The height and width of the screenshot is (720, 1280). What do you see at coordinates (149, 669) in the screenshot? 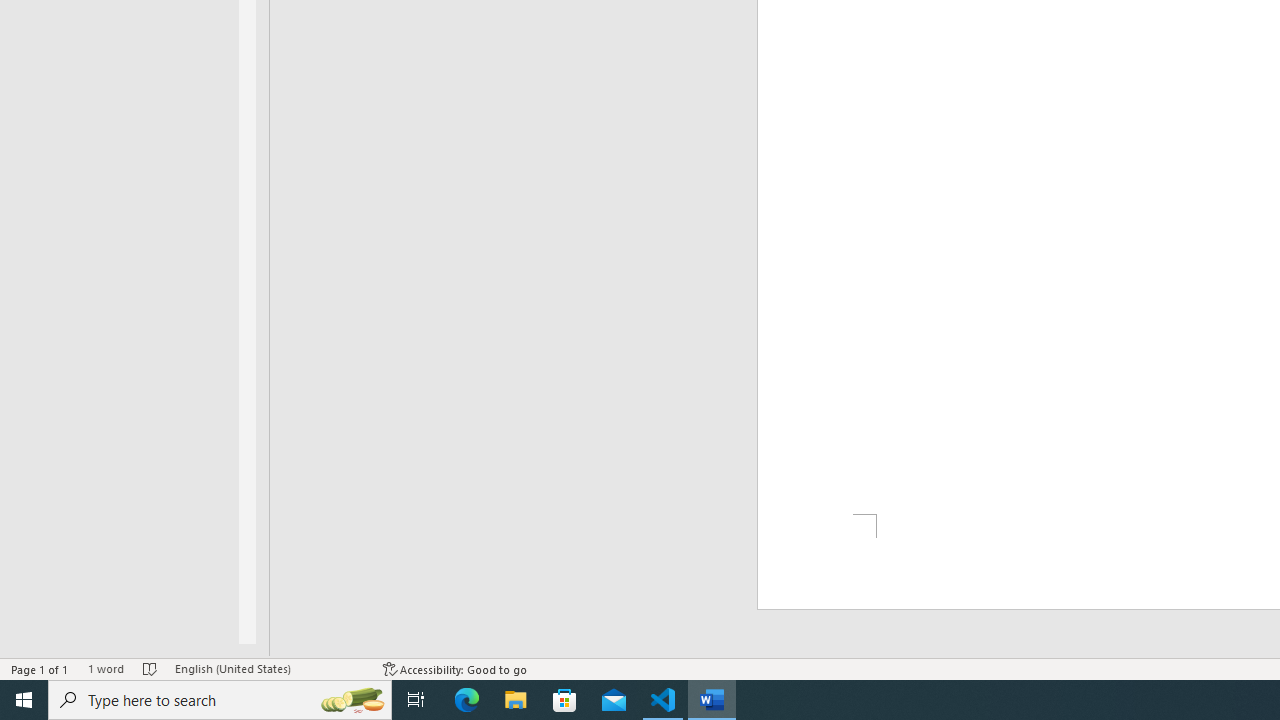
I see `'Spelling and Grammar Check No Errors'` at bounding box center [149, 669].